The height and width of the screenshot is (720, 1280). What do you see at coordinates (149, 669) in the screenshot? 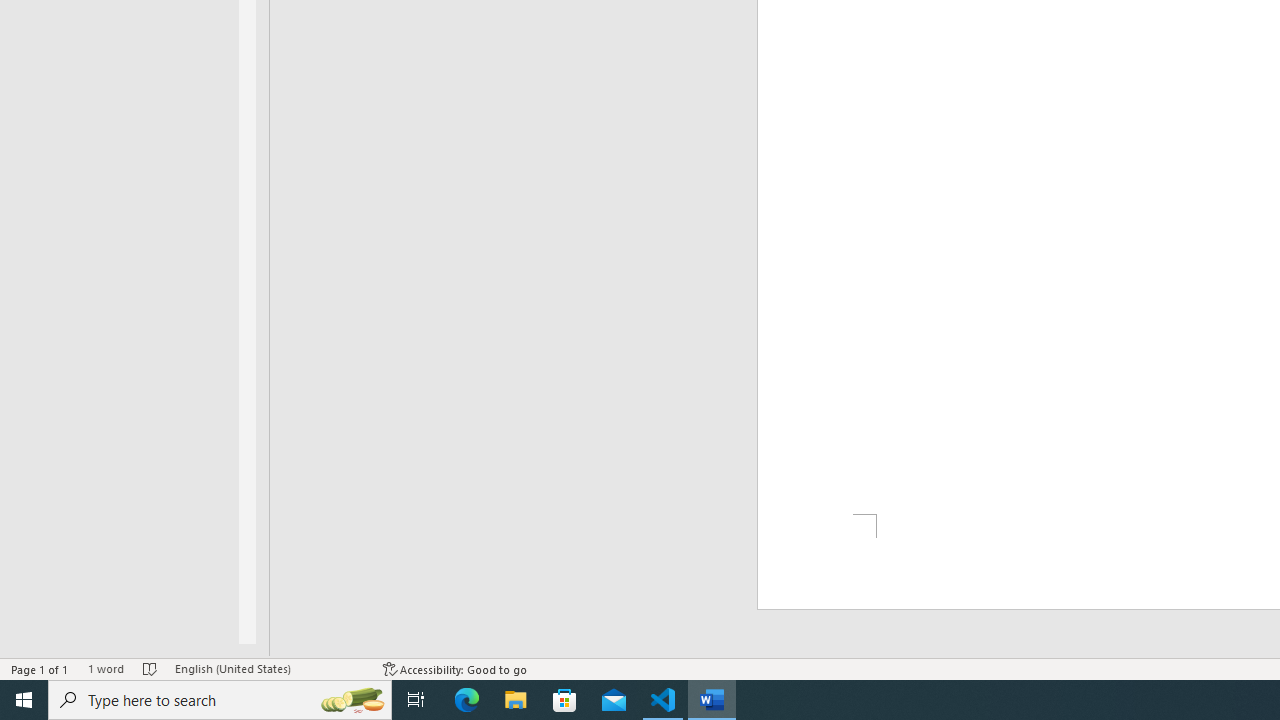
I see `'Spelling and Grammar Check No Errors'` at bounding box center [149, 669].